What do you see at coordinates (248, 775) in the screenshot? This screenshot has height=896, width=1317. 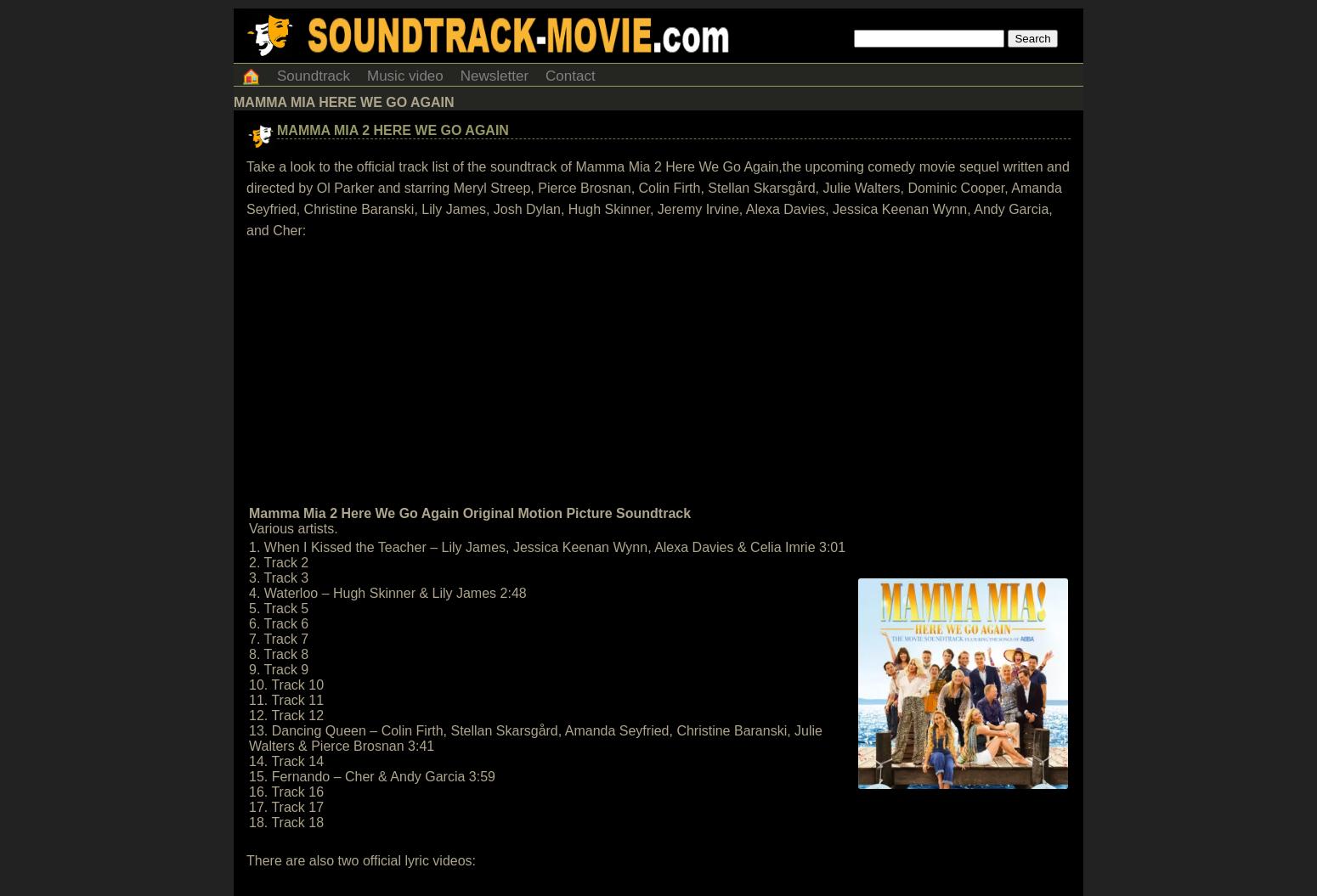 I see `'15. Fernando – Cher & Andy Garcia	3:59'` at bounding box center [248, 775].